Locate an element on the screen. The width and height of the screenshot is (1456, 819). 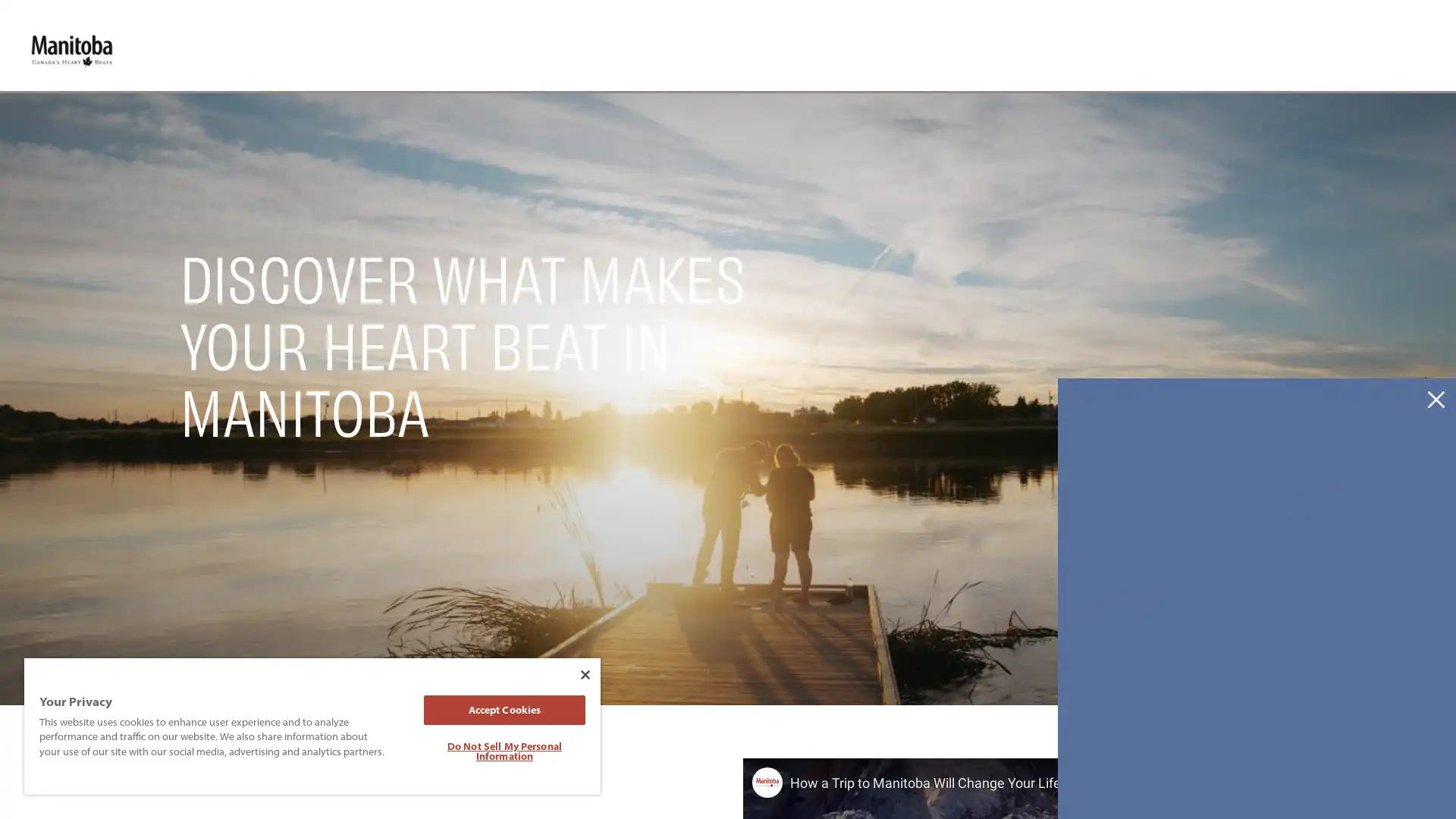
Toggle Experience Builder is located at coordinates (1144, 48).